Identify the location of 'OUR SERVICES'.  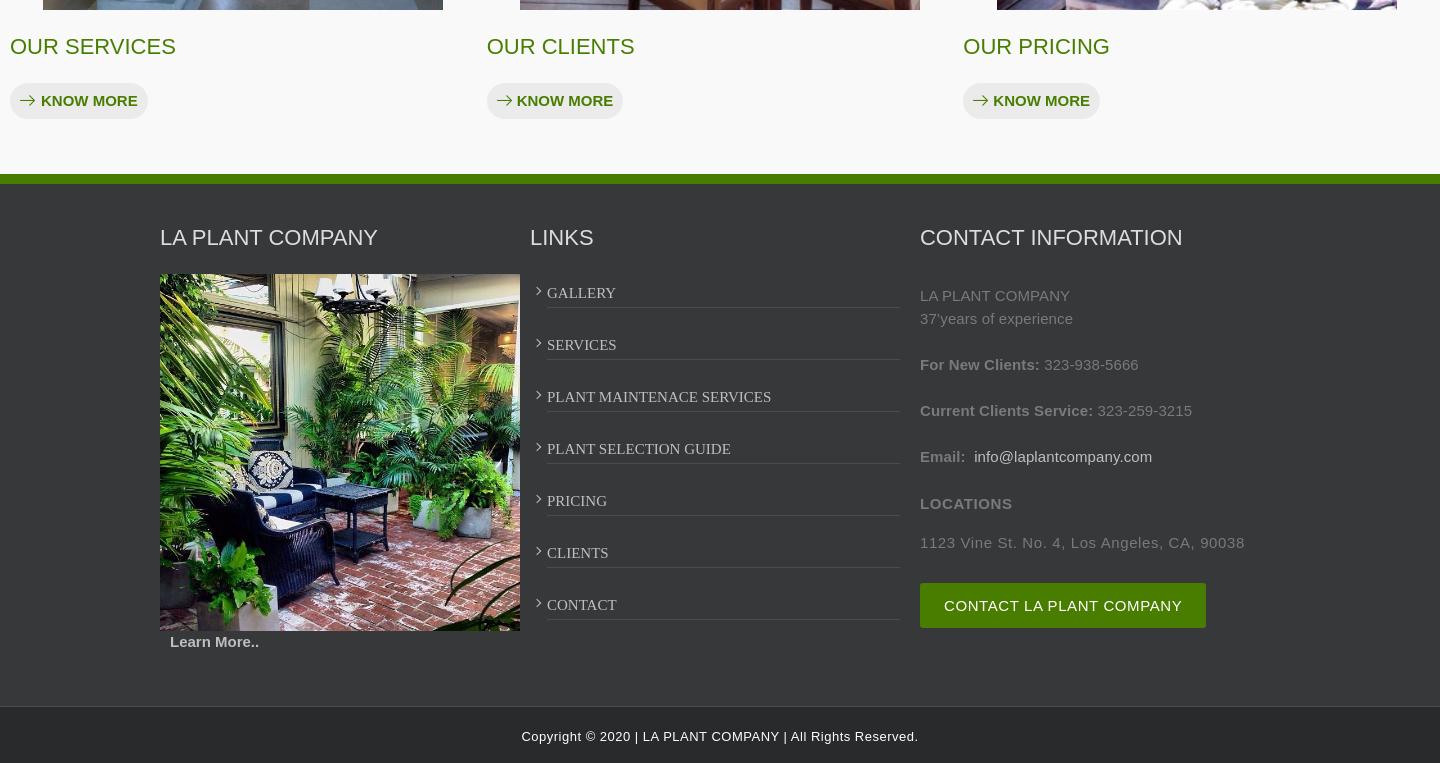
(92, 44).